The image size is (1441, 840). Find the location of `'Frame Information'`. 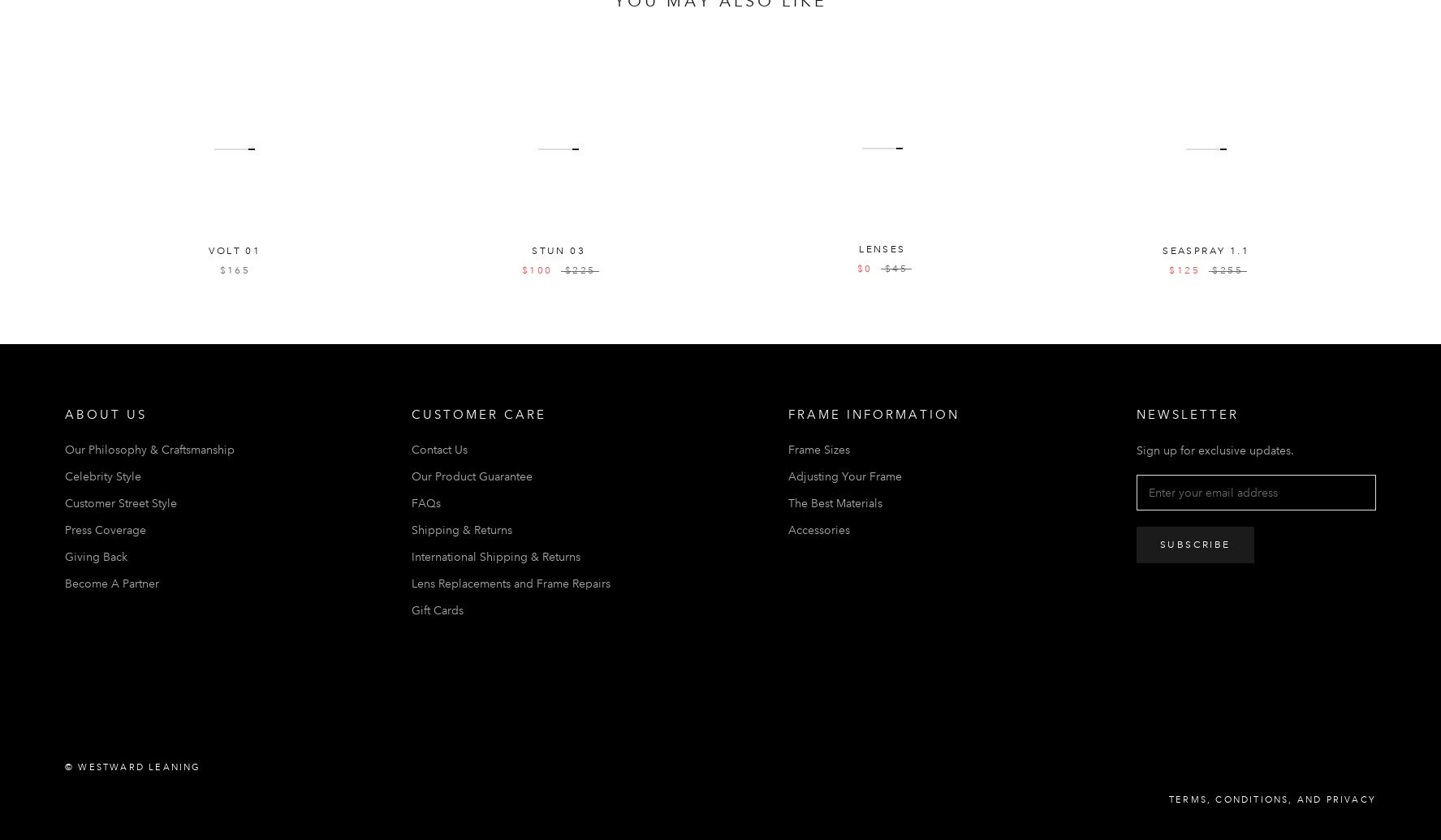

'Frame Information' is located at coordinates (873, 414).